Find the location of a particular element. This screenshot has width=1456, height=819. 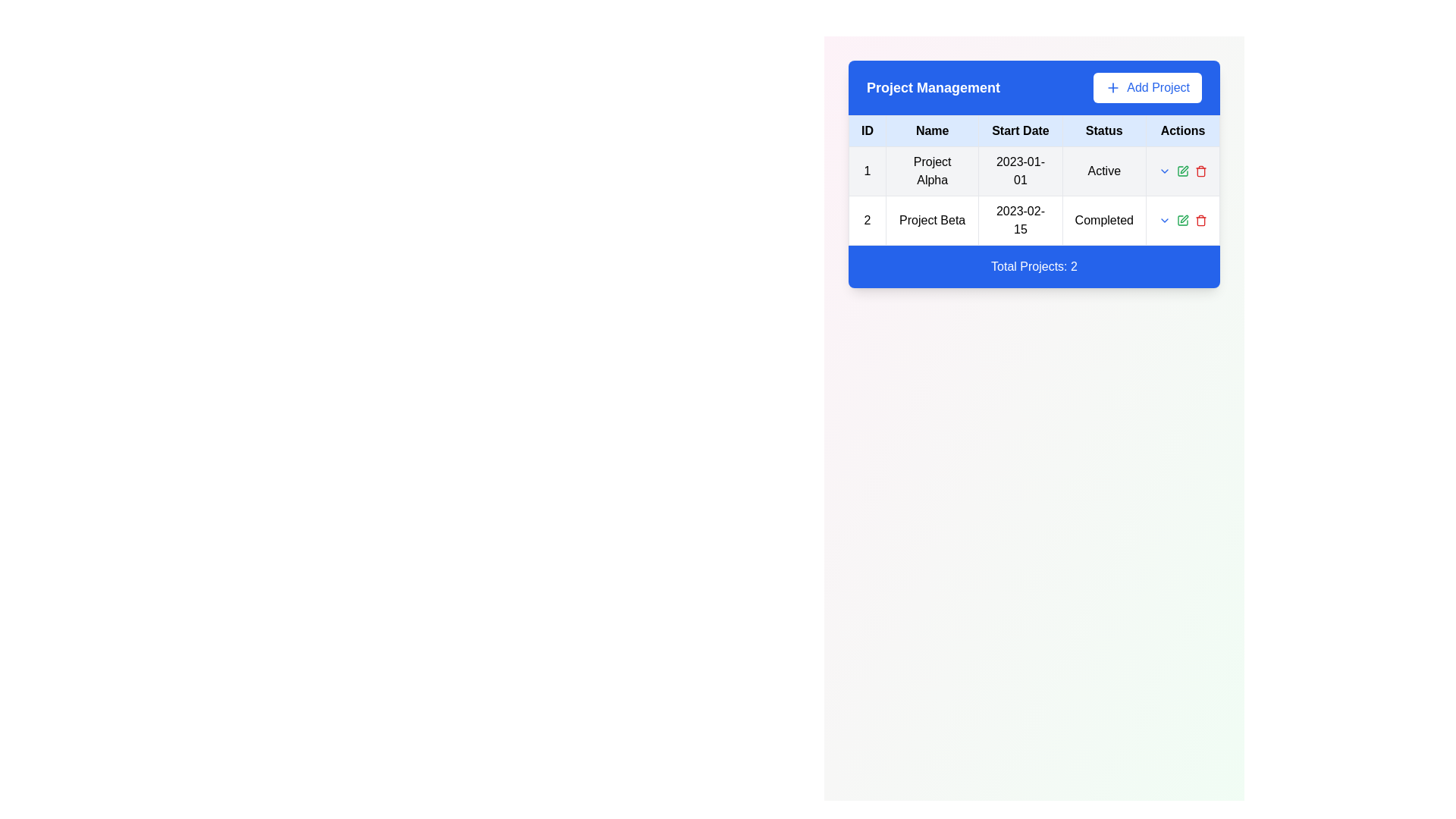

text 'Status' from the table header cell which is the fourth column in a data table is located at coordinates (1104, 130).